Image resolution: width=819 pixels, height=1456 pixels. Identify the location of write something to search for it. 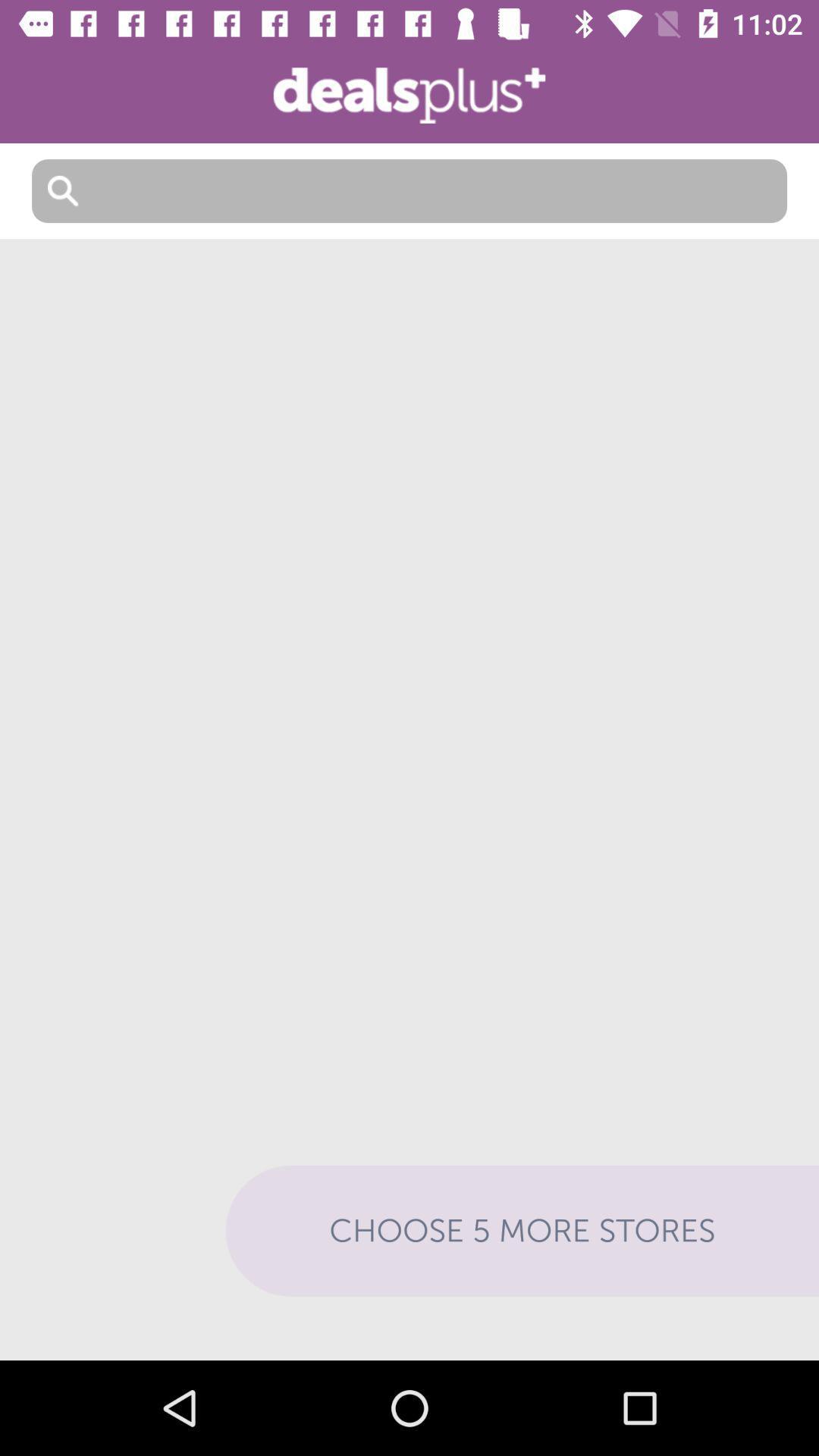
(409, 190).